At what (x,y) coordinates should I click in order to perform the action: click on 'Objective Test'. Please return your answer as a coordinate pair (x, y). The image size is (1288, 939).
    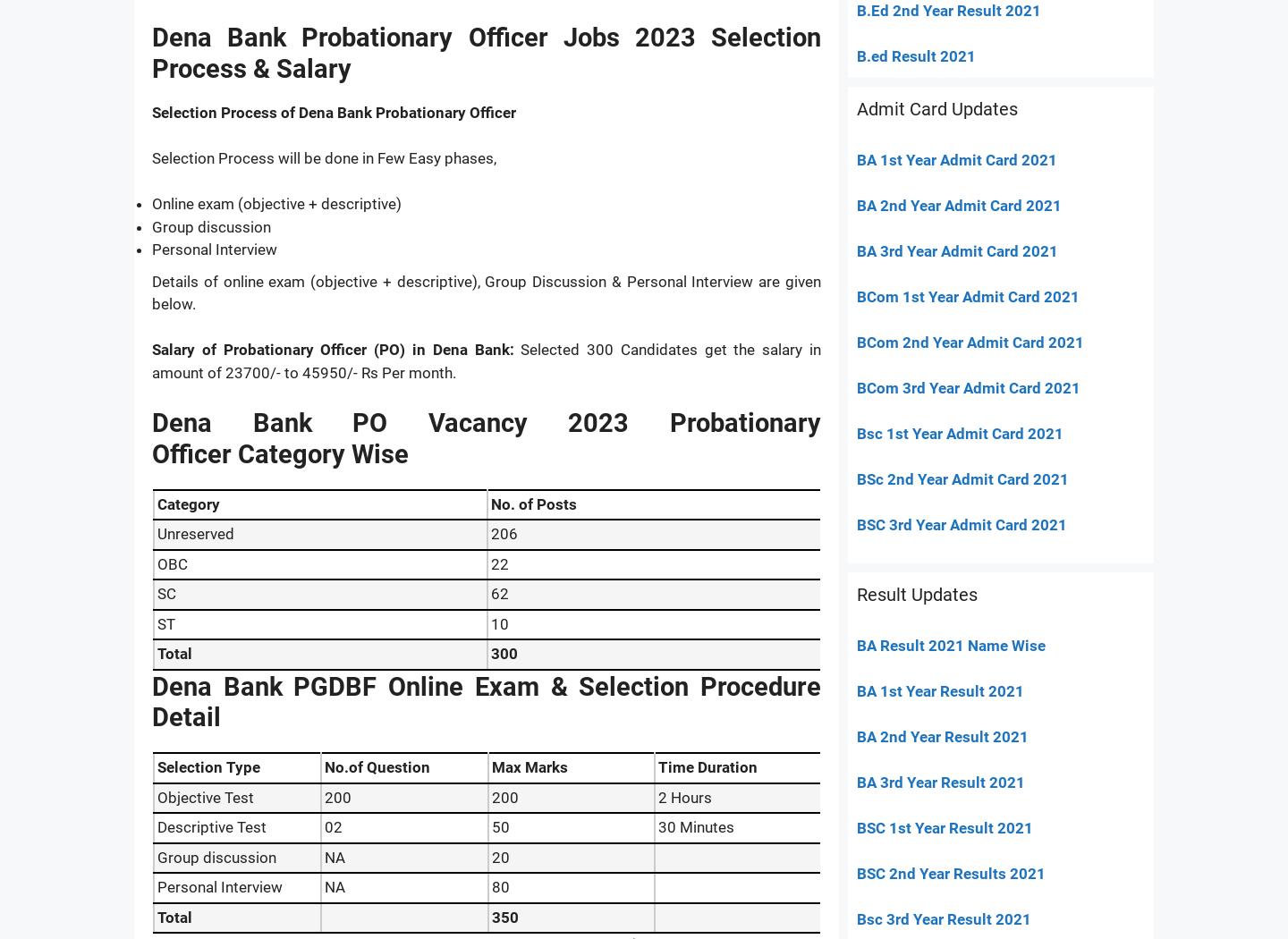
    Looking at the image, I should click on (205, 796).